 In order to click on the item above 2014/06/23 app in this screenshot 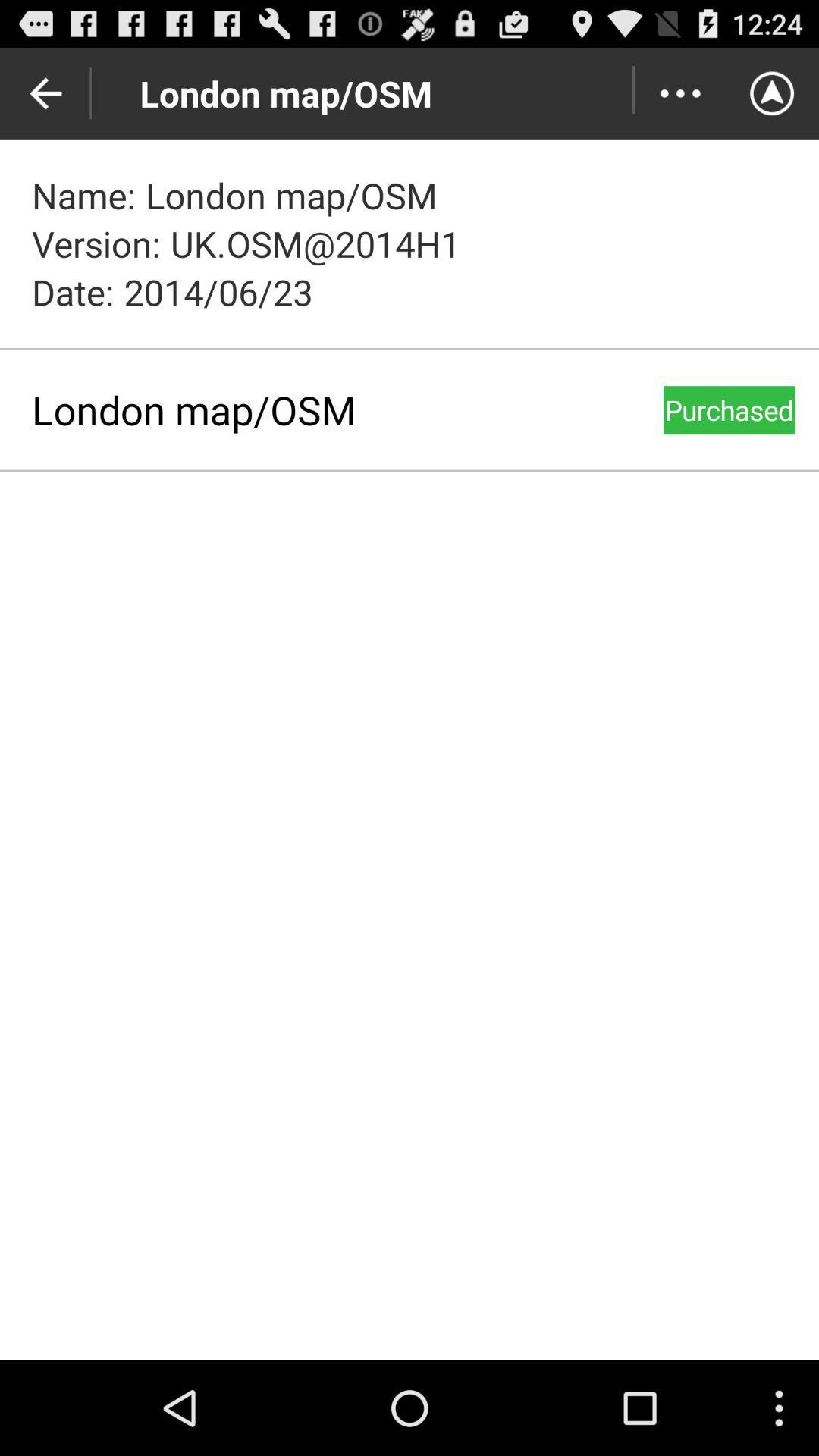, I will do `click(679, 93)`.